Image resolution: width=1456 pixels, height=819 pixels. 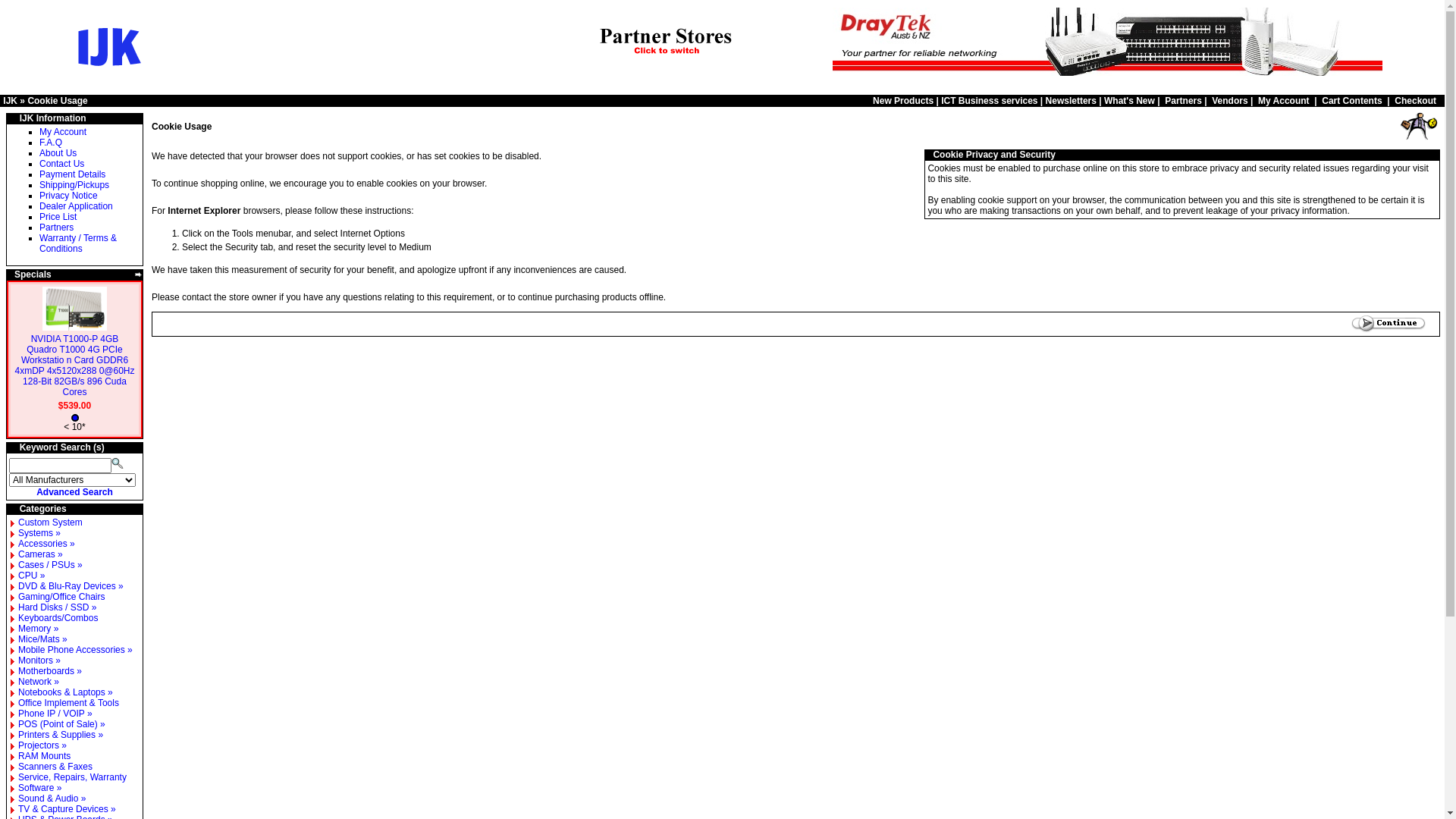 I want to click on 'Privacy Notice', so click(x=67, y=195).